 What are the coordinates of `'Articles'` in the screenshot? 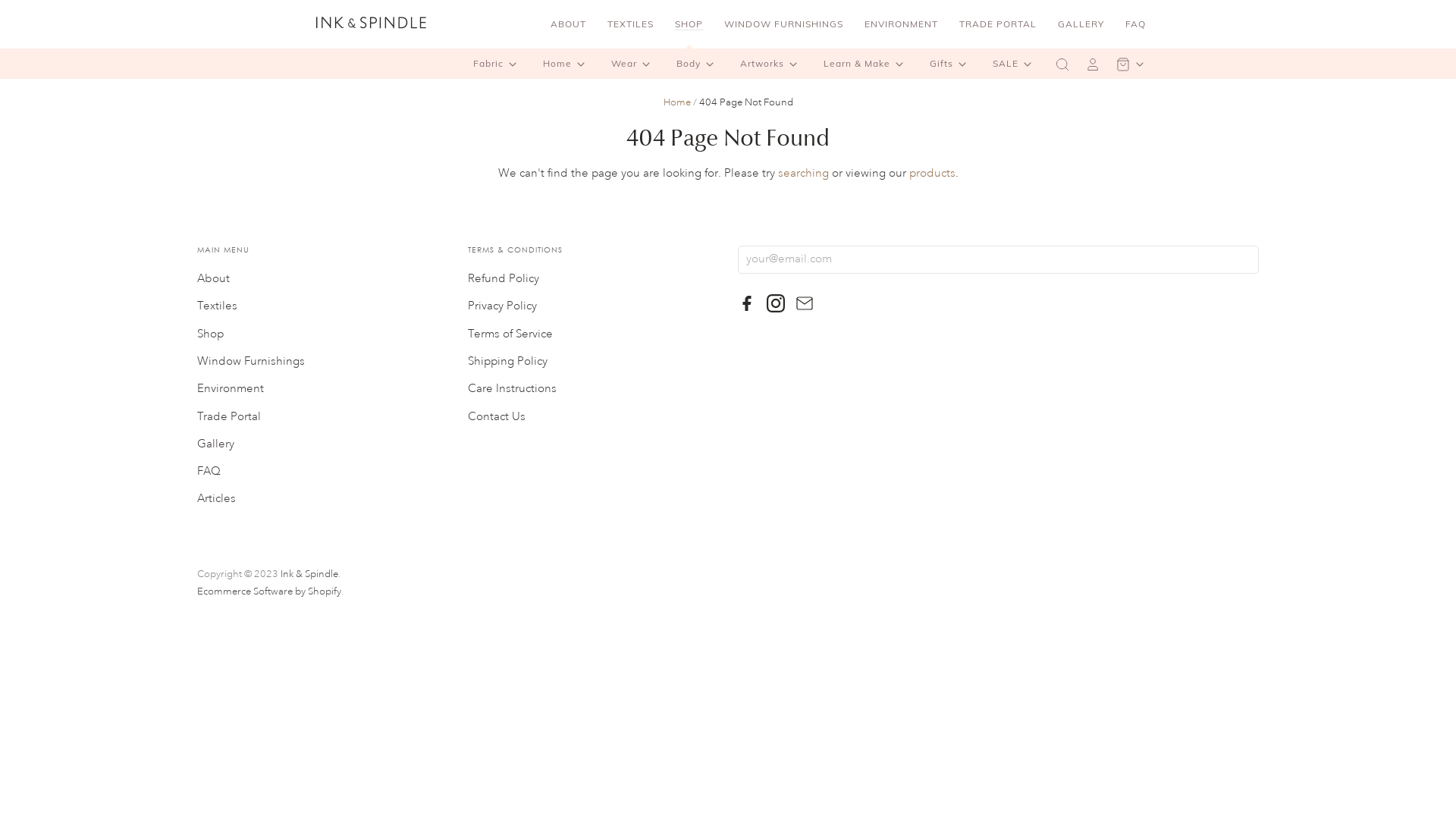 It's located at (215, 498).